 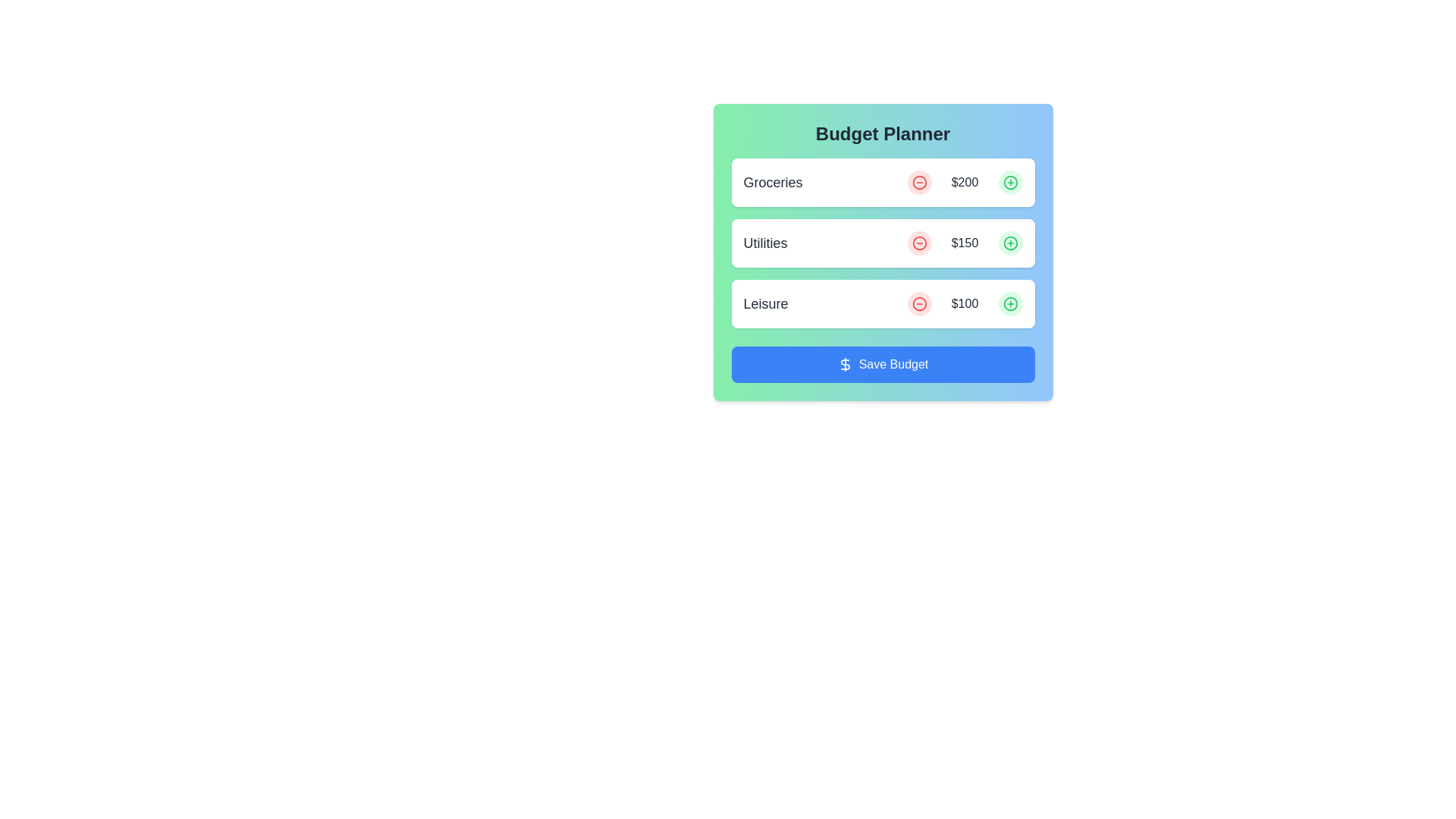 What do you see at coordinates (918, 242) in the screenshot?
I see `the circular red-bordered button with a minus symbol to decrease the value in the Budget Planner interface` at bounding box center [918, 242].